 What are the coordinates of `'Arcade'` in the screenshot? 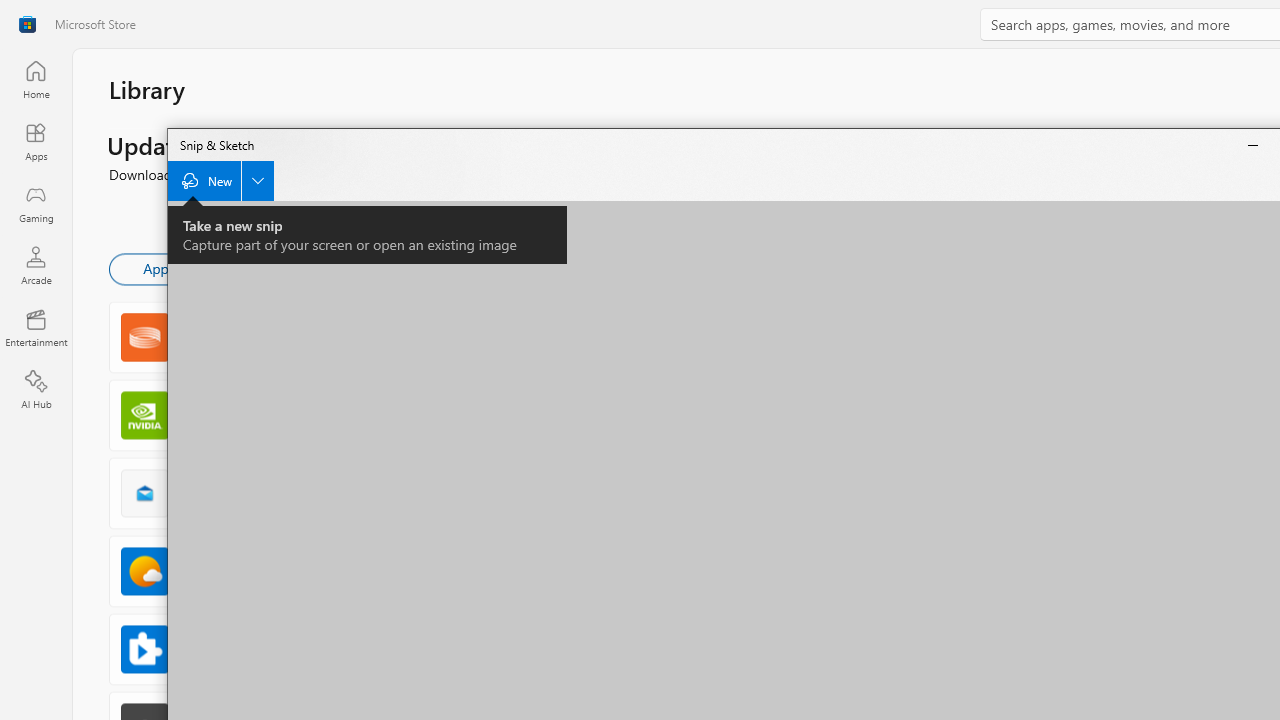 It's located at (35, 264).